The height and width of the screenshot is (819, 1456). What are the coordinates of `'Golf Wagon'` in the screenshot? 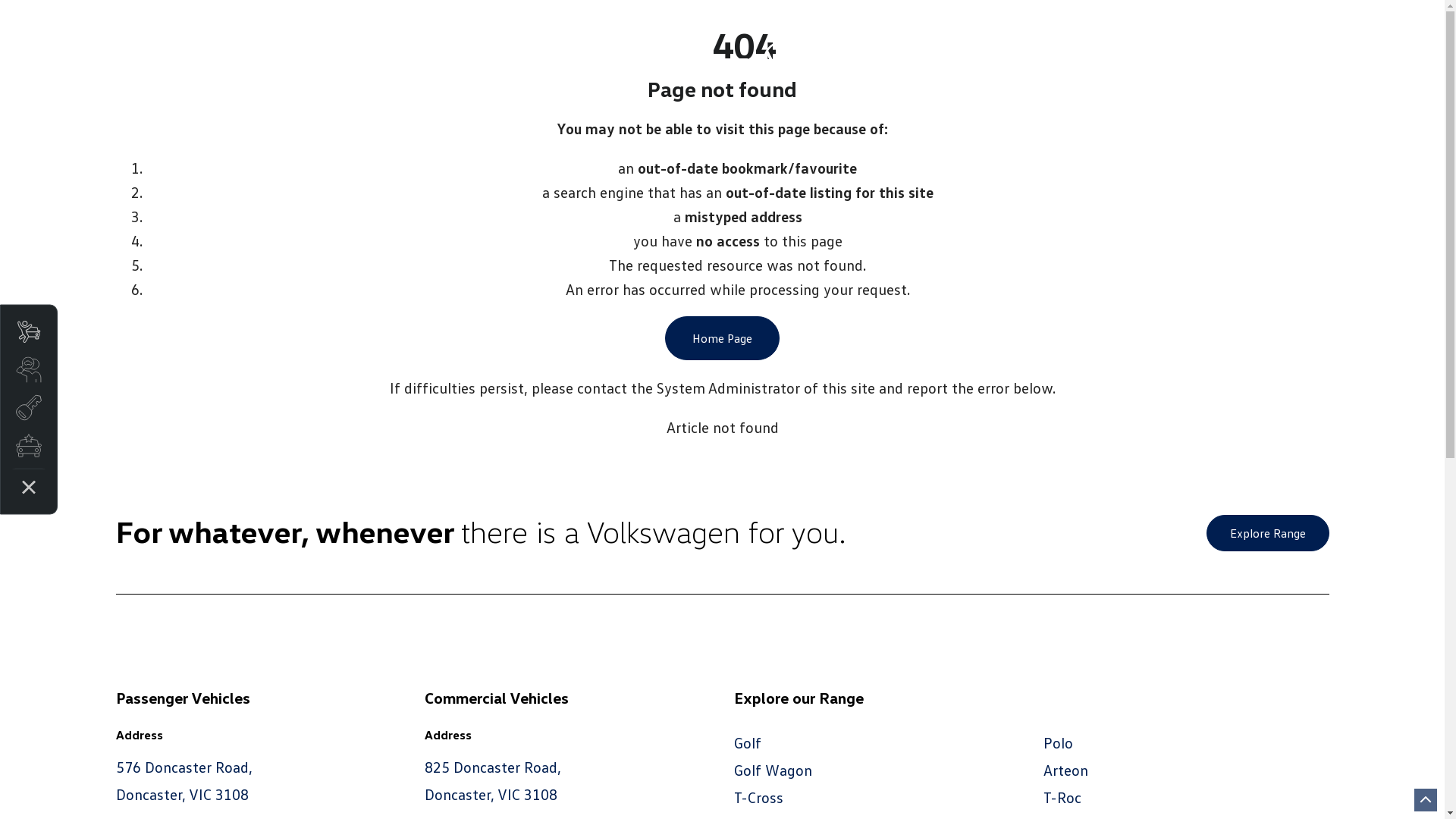 It's located at (773, 769).